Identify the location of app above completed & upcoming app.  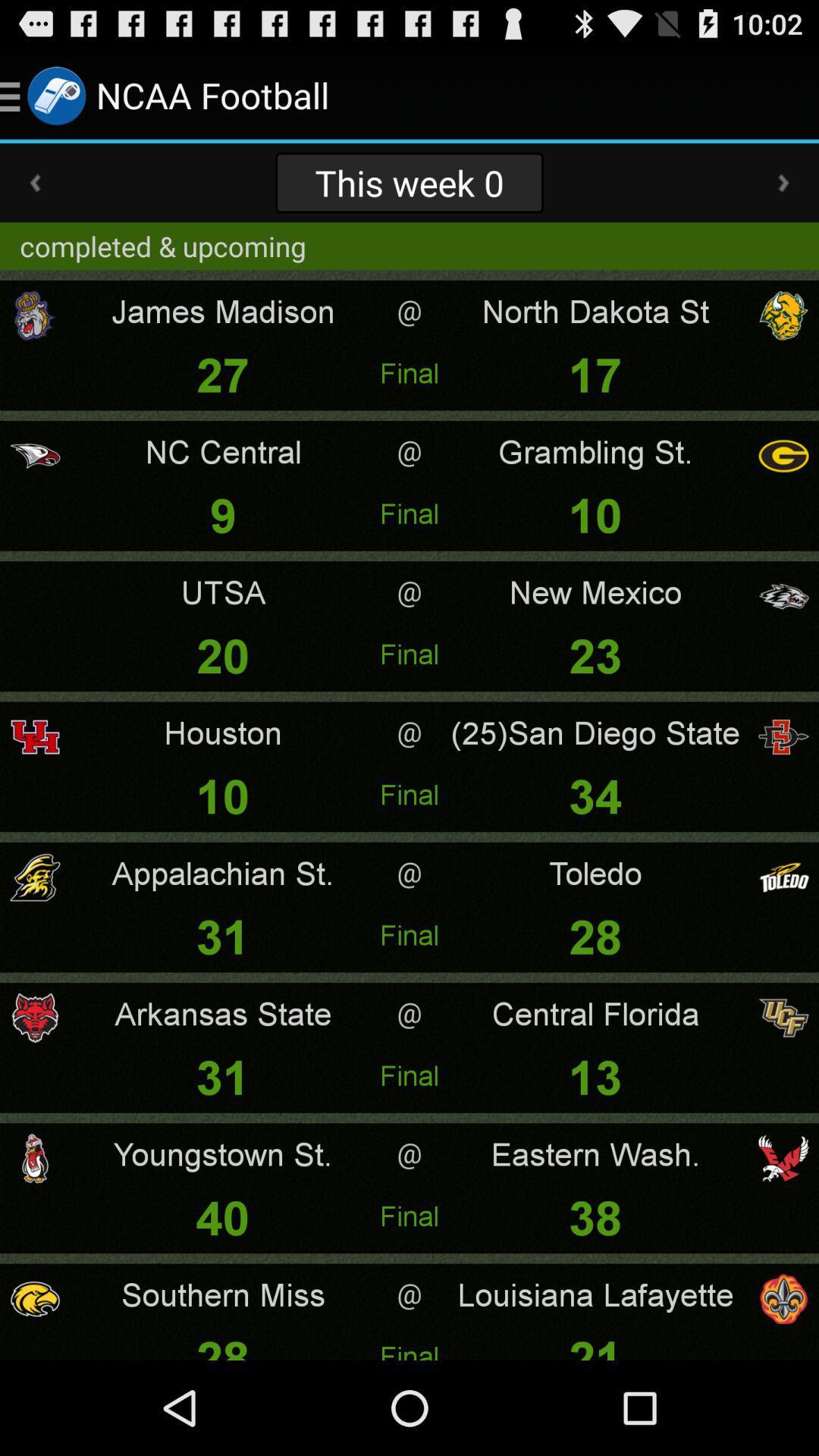
(34, 182).